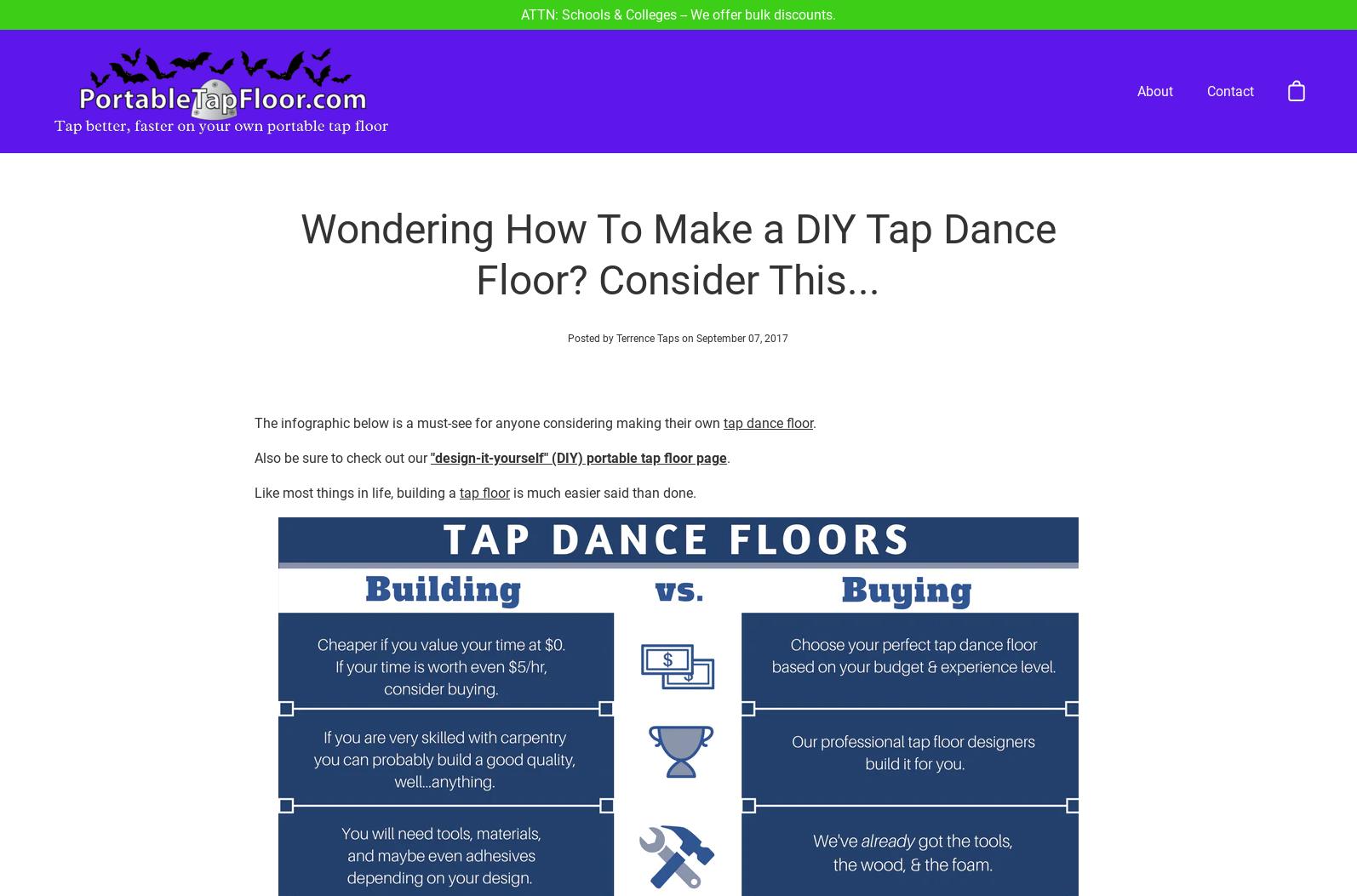 This screenshot has width=1357, height=896. Describe the element at coordinates (601, 430) in the screenshot. I see `'is much easier said than done.'` at that location.